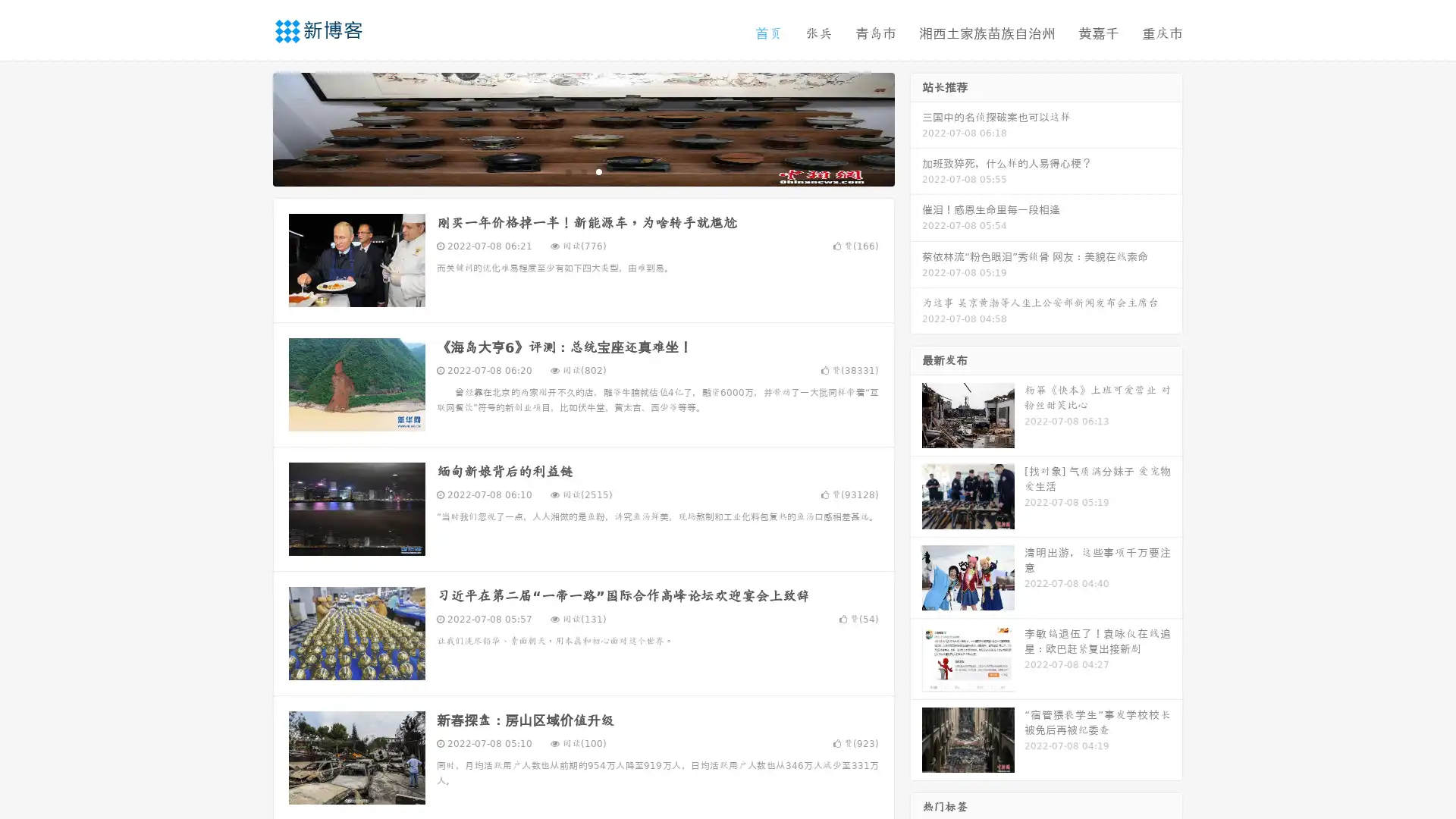 Image resolution: width=1456 pixels, height=819 pixels. Describe the element at coordinates (582, 171) in the screenshot. I see `Go to slide 2` at that location.